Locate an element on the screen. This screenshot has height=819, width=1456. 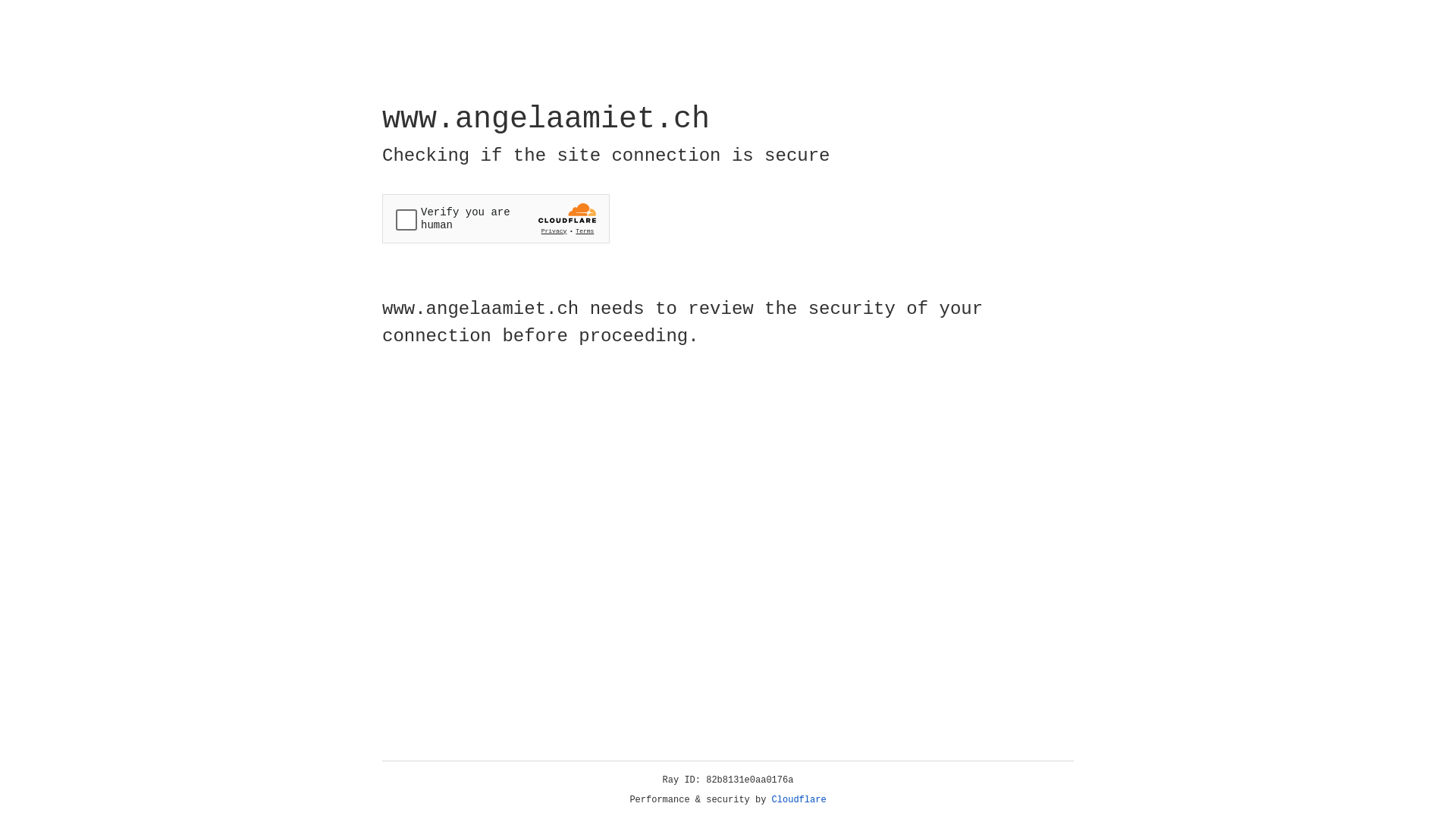
'Widget containing a Cloudflare security challenge' is located at coordinates (495, 218).